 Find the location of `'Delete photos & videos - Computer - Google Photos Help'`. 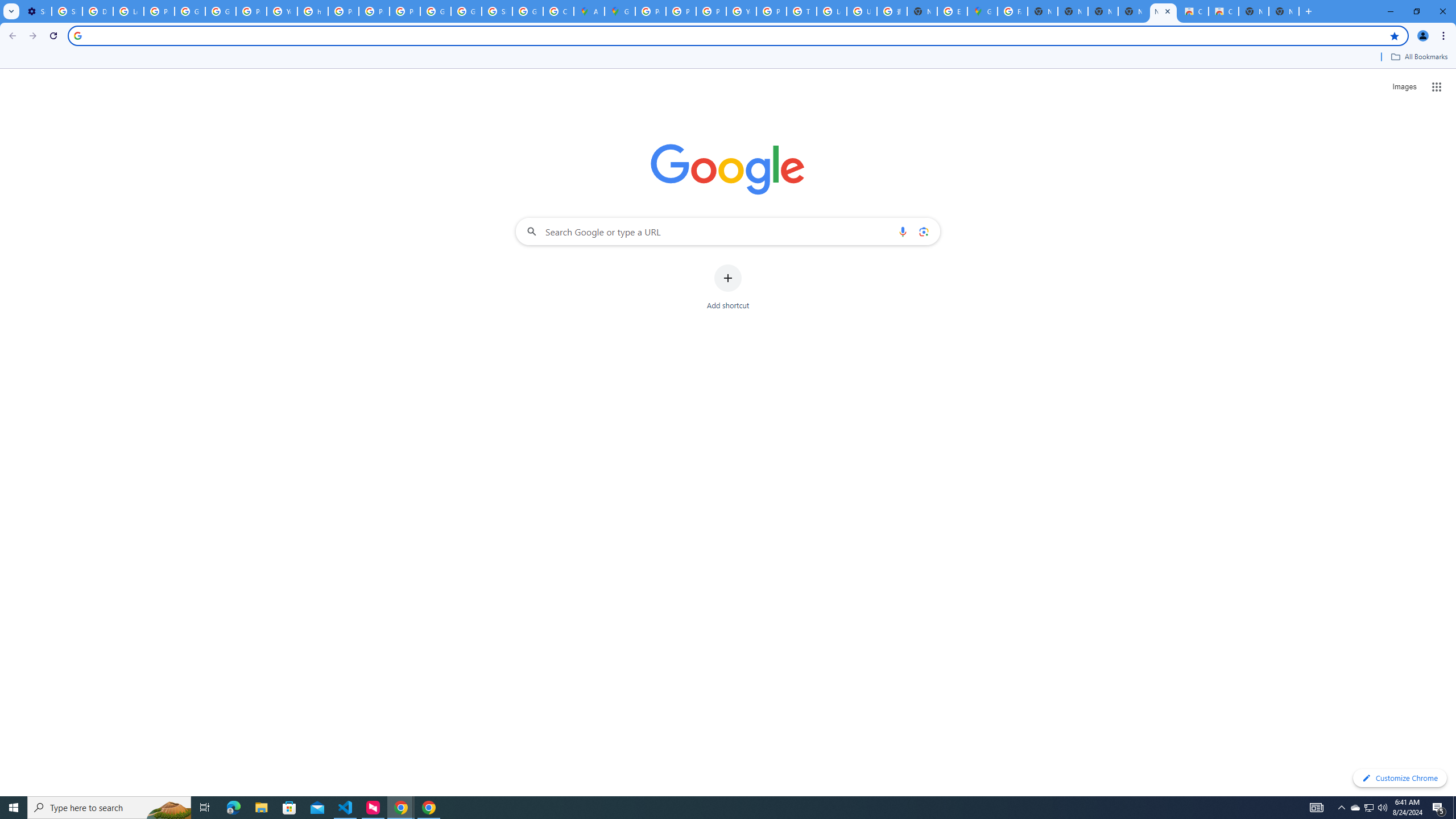

'Delete photos & videos - Computer - Google Photos Help' is located at coordinates (97, 11).